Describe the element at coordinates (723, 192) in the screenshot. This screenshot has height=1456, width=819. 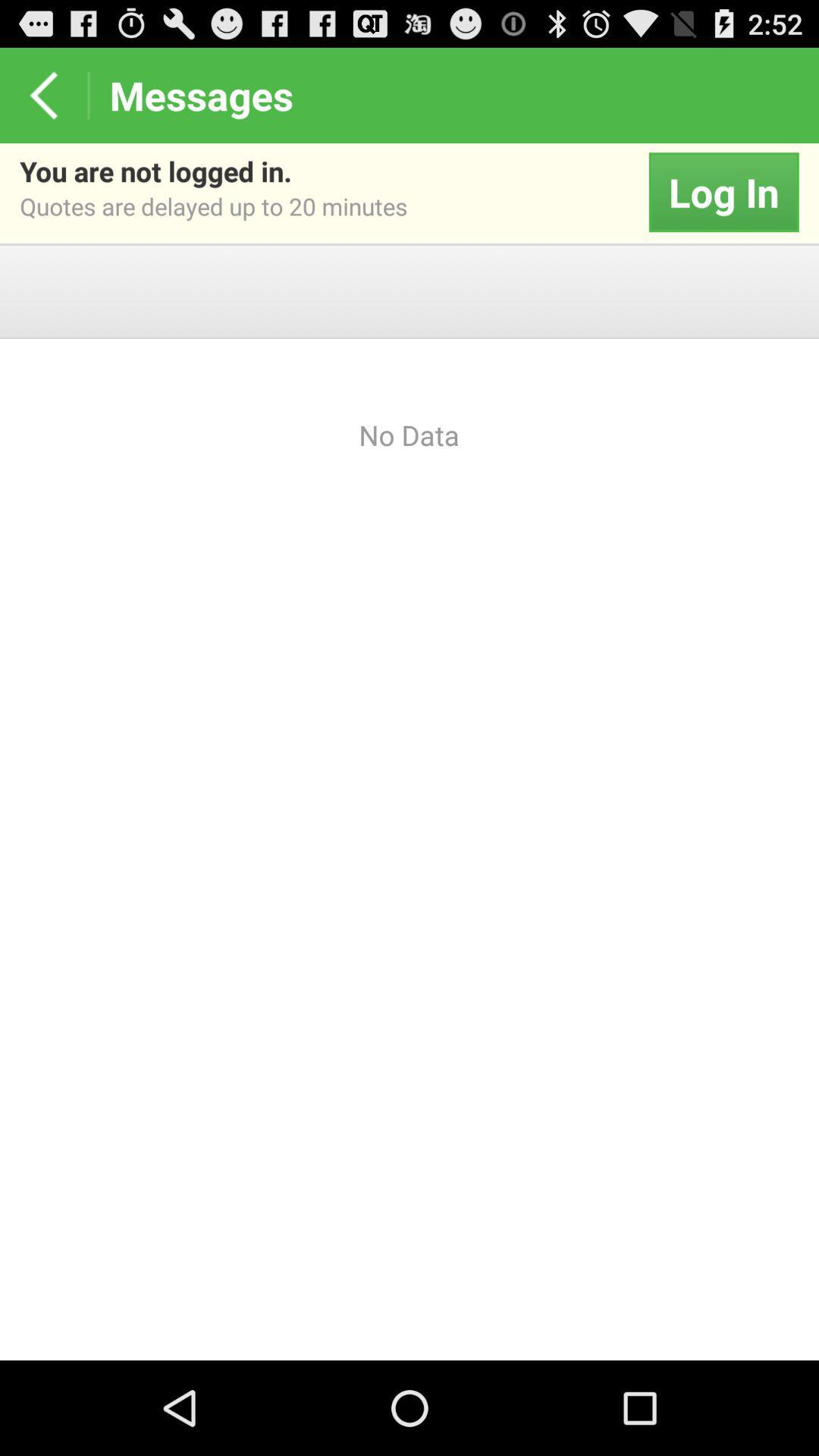
I see `the log in at the top right corner` at that location.